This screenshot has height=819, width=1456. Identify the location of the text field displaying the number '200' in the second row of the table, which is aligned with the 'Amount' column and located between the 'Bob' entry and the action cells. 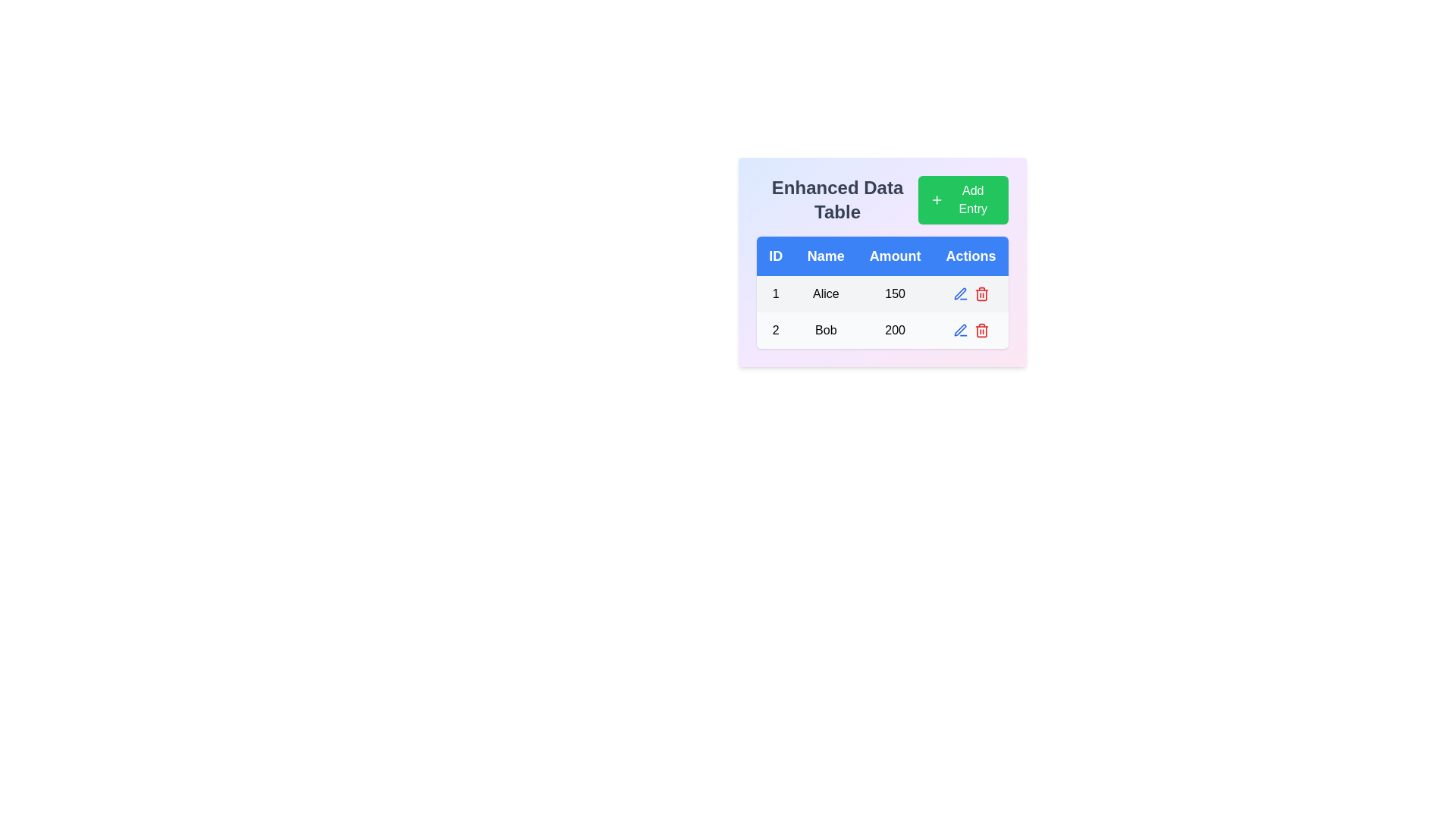
(895, 329).